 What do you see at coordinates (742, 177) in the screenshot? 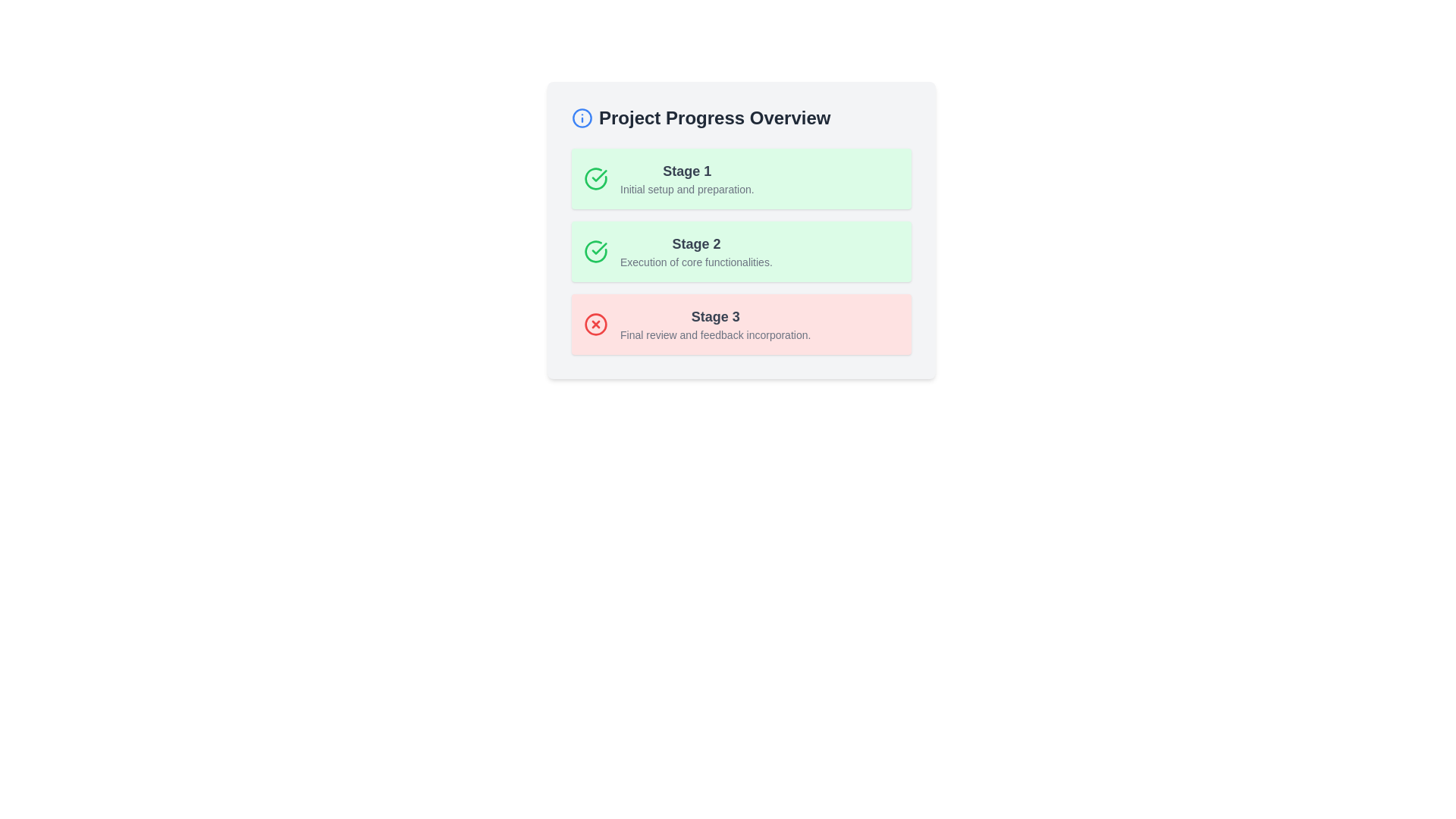
I see `the 'Stage 1' informational card, which is the first card in a vertical layout of progress stages` at bounding box center [742, 177].